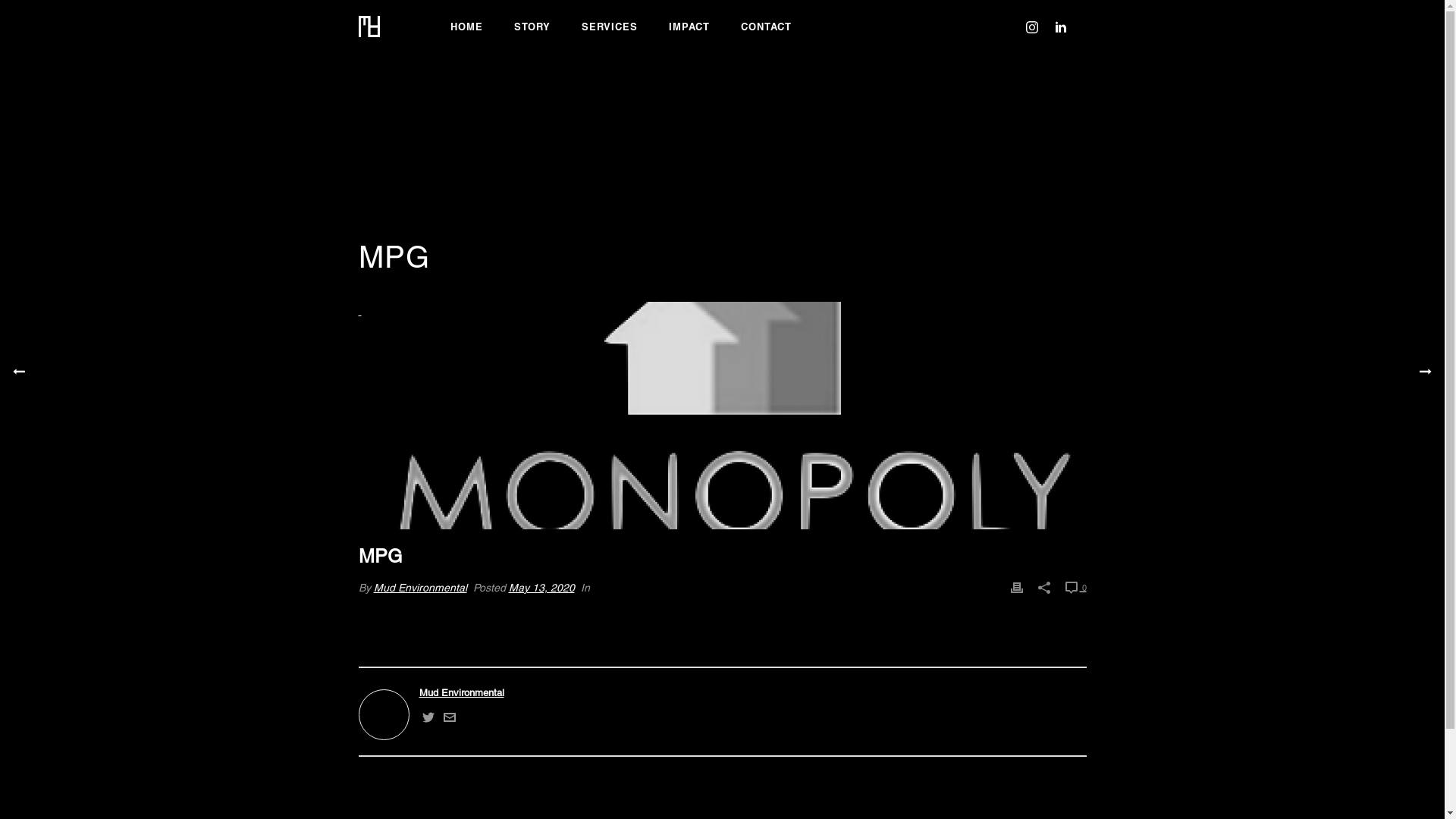  Describe the element at coordinates (1015, 587) in the screenshot. I see `'Print'` at that location.